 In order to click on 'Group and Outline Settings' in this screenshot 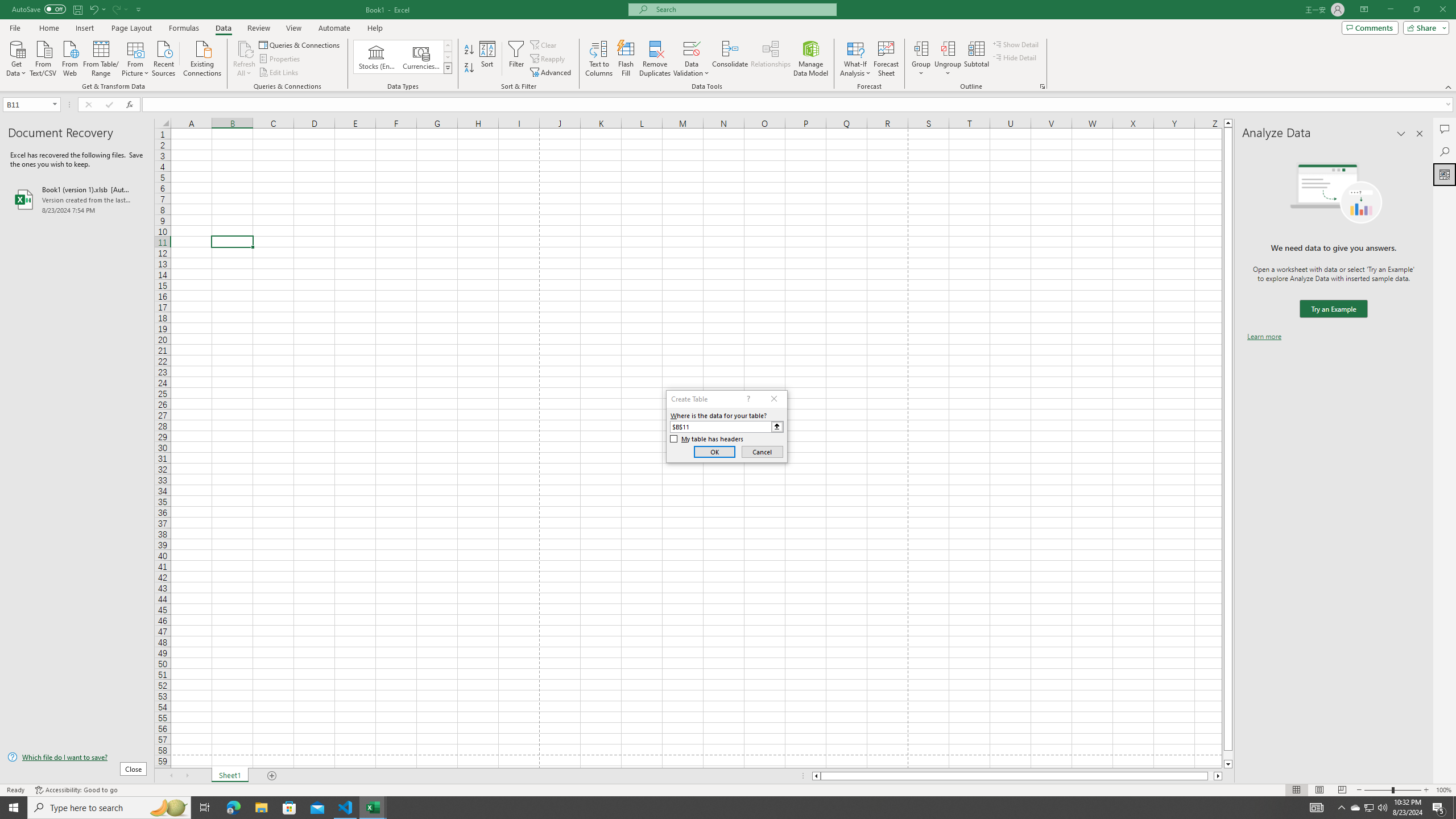, I will do `click(1041, 85)`.